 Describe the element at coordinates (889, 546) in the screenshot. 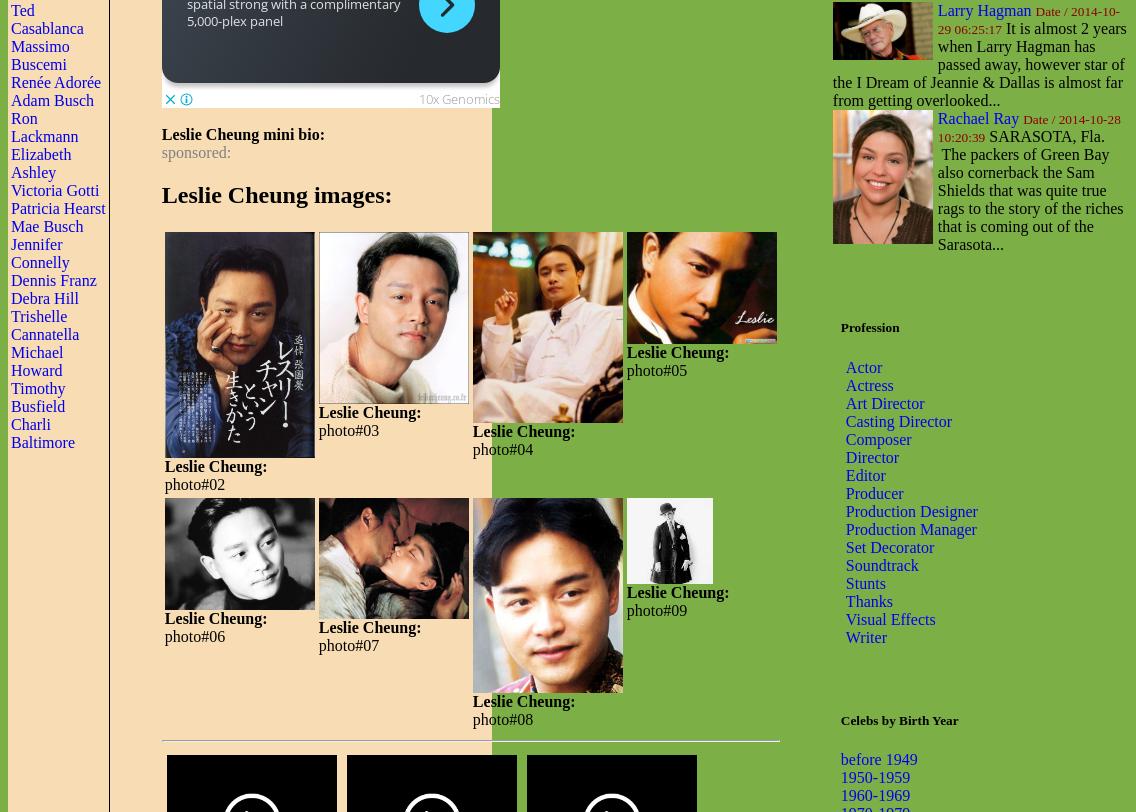

I see `'Set Decorator'` at that location.